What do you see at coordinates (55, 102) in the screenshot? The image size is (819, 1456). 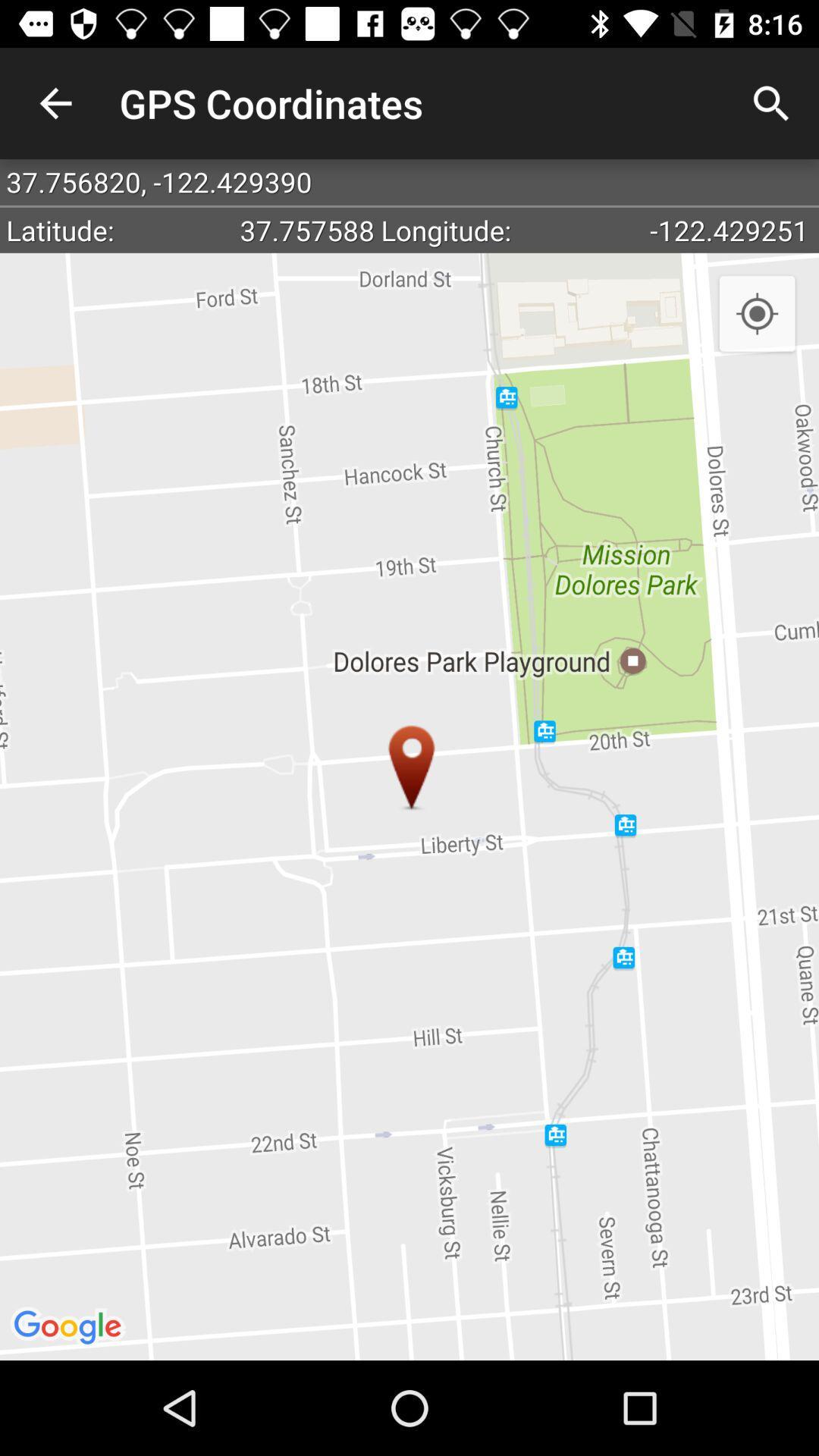 I see `item above 37 756820 122` at bounding box center [55, 102].